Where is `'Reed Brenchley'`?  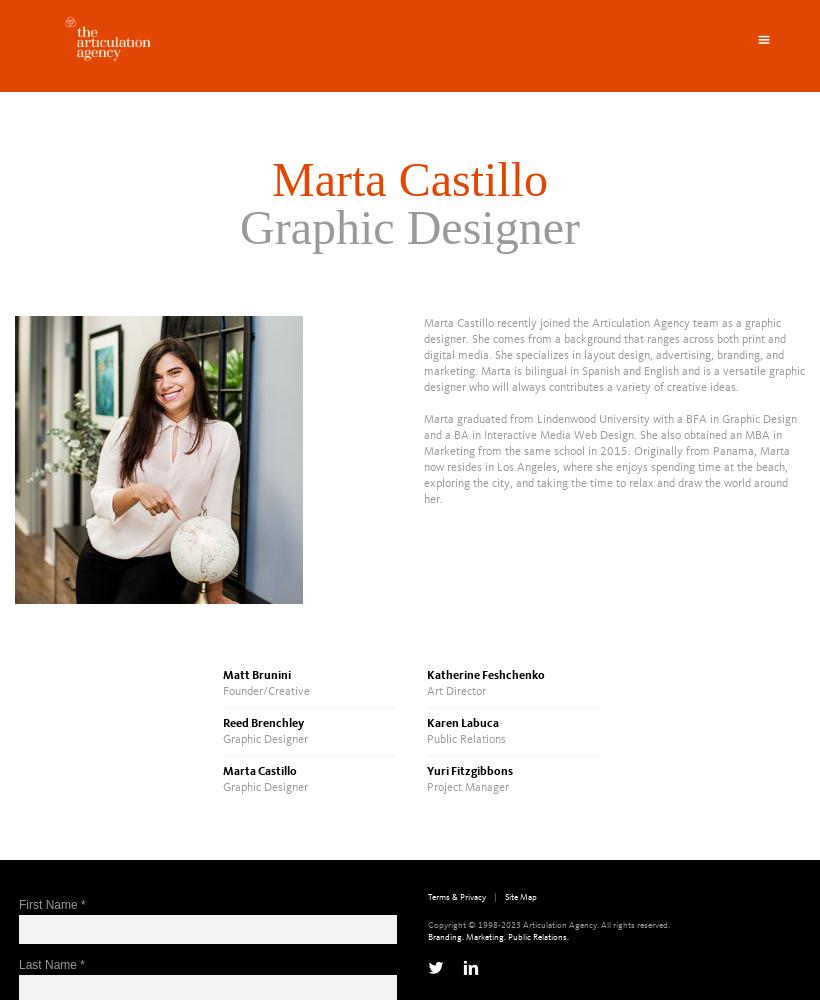
'Reed Brenchley' is located at coordinates (263, 722).